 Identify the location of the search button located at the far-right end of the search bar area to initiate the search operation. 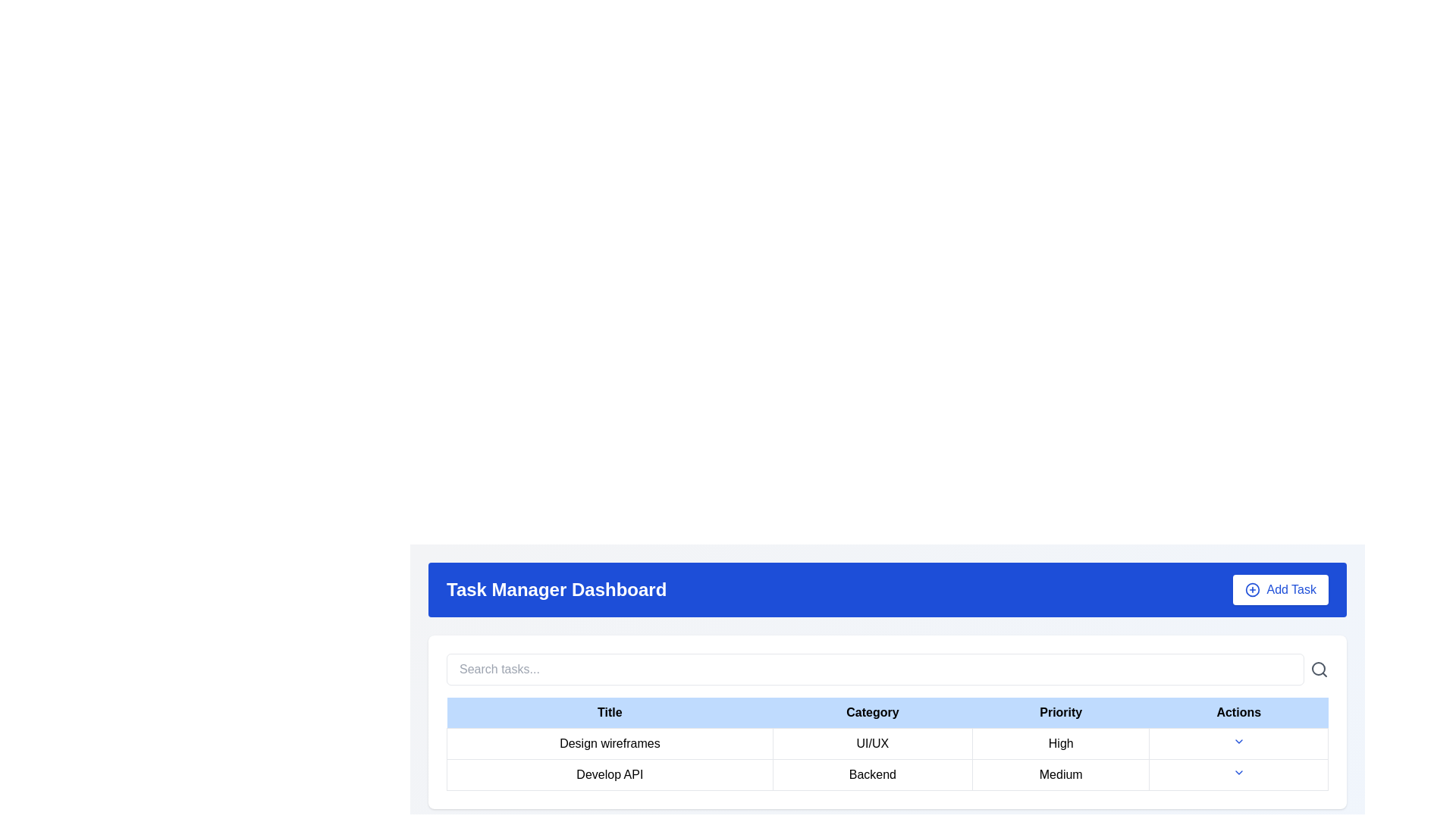
(1318, 669).